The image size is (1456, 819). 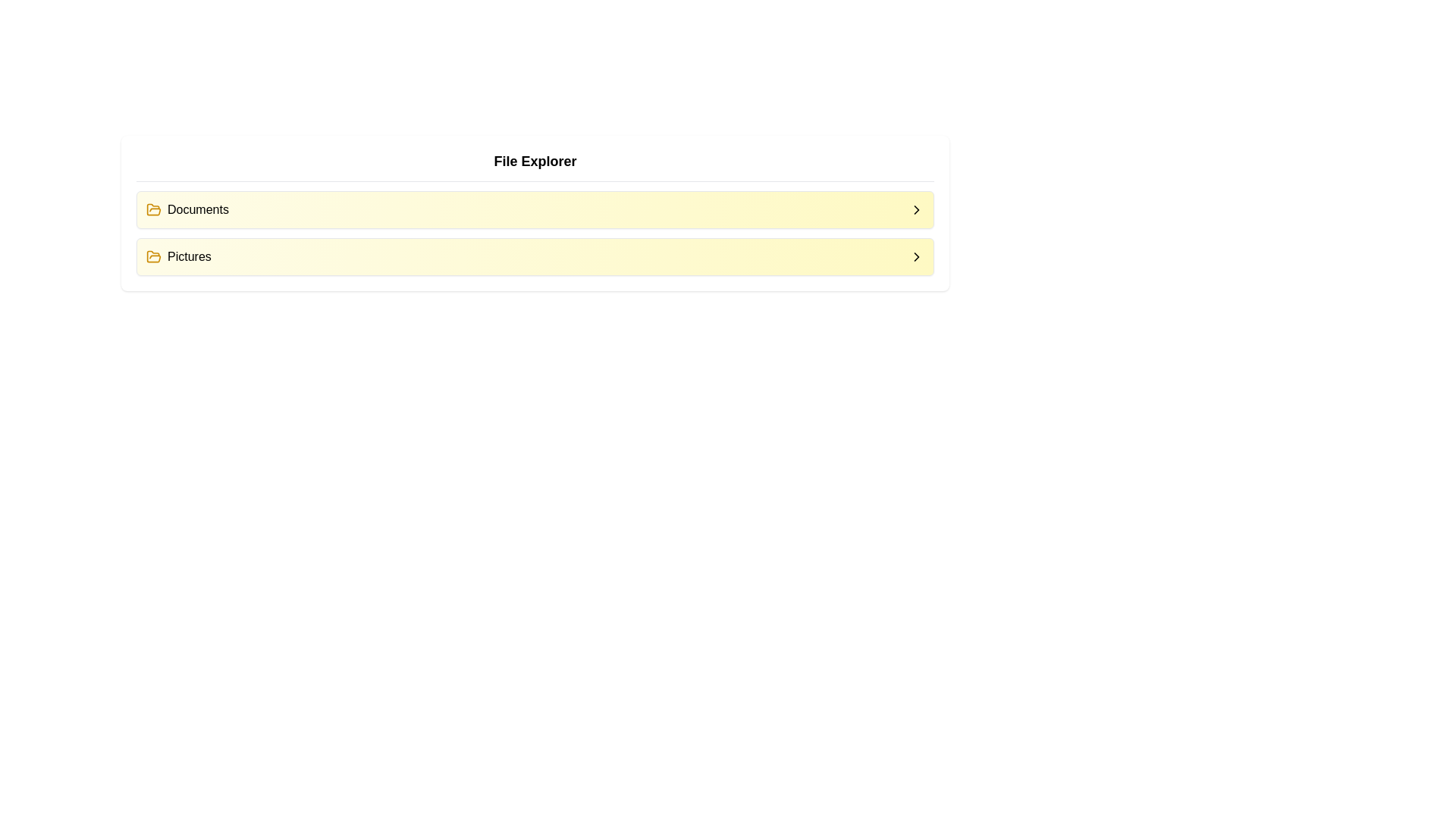 I want to click on the 'File Explorer' heading text label, which is styled with a bold and larger font size, centrally positioned at the top of the section, so click(x=535, y=161).